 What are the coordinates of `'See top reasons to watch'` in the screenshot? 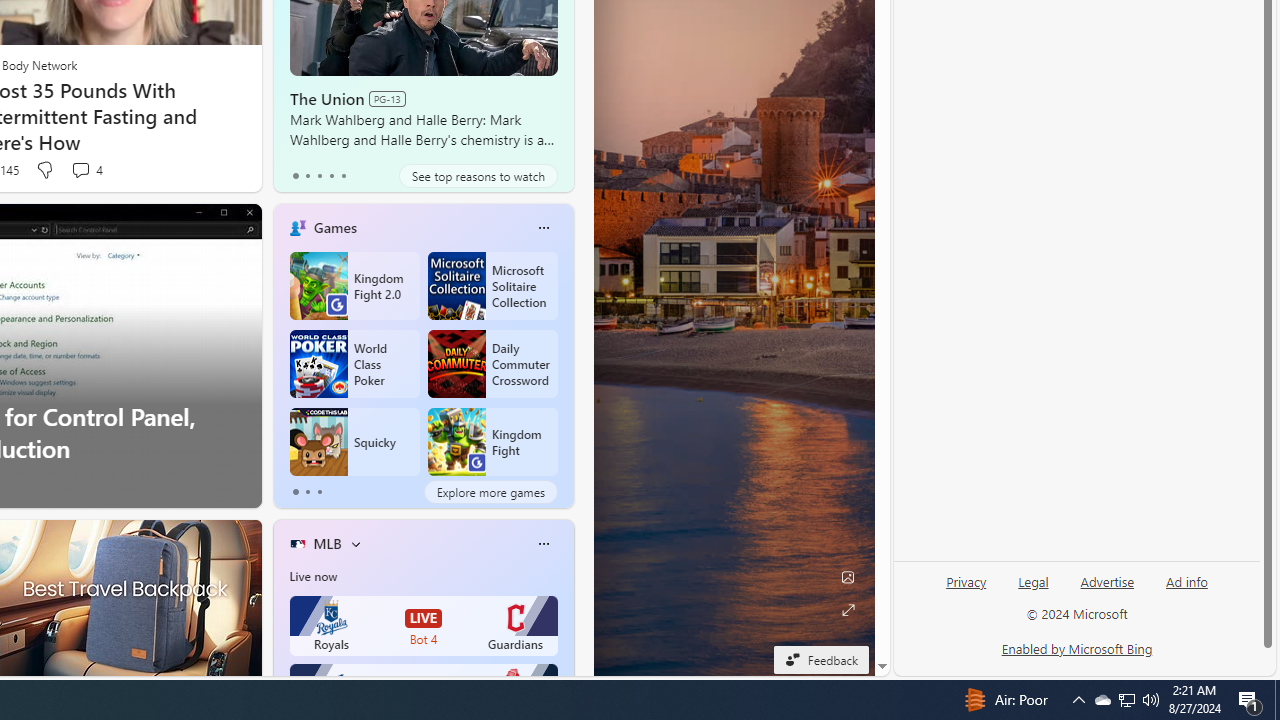 It's located at (477, 175).